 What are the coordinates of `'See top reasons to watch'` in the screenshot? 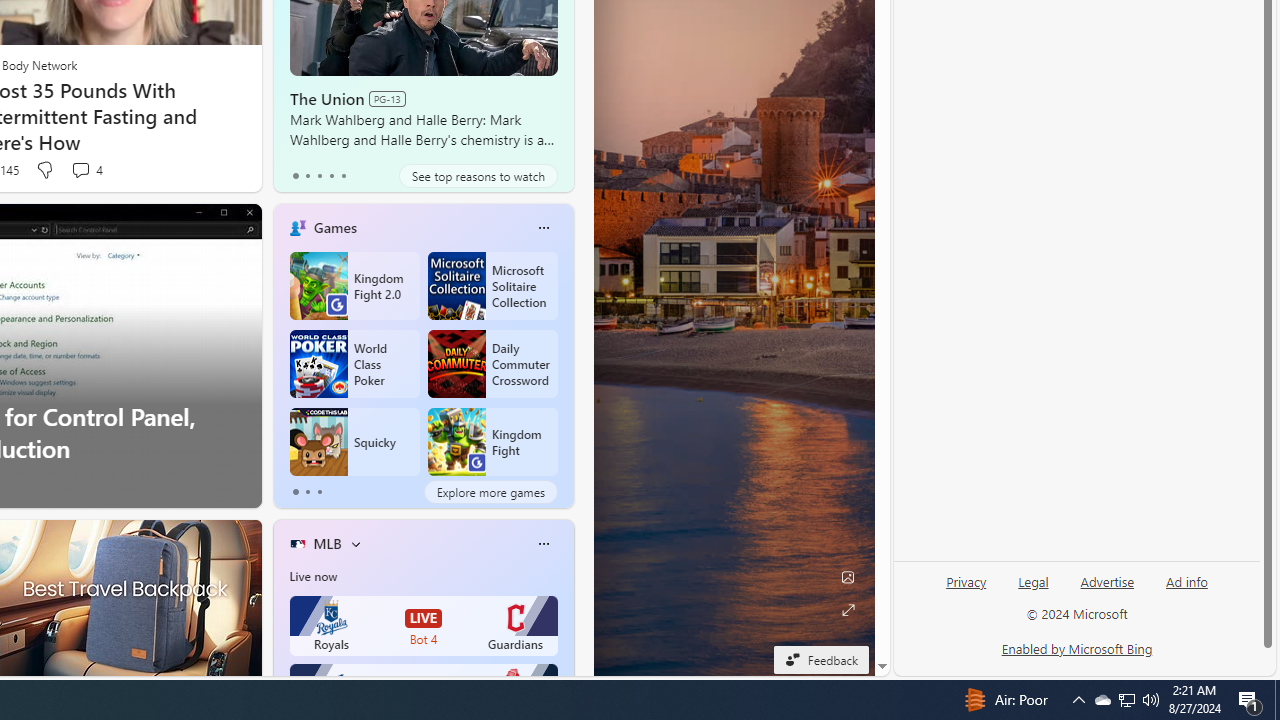 It's located at (477, 175).